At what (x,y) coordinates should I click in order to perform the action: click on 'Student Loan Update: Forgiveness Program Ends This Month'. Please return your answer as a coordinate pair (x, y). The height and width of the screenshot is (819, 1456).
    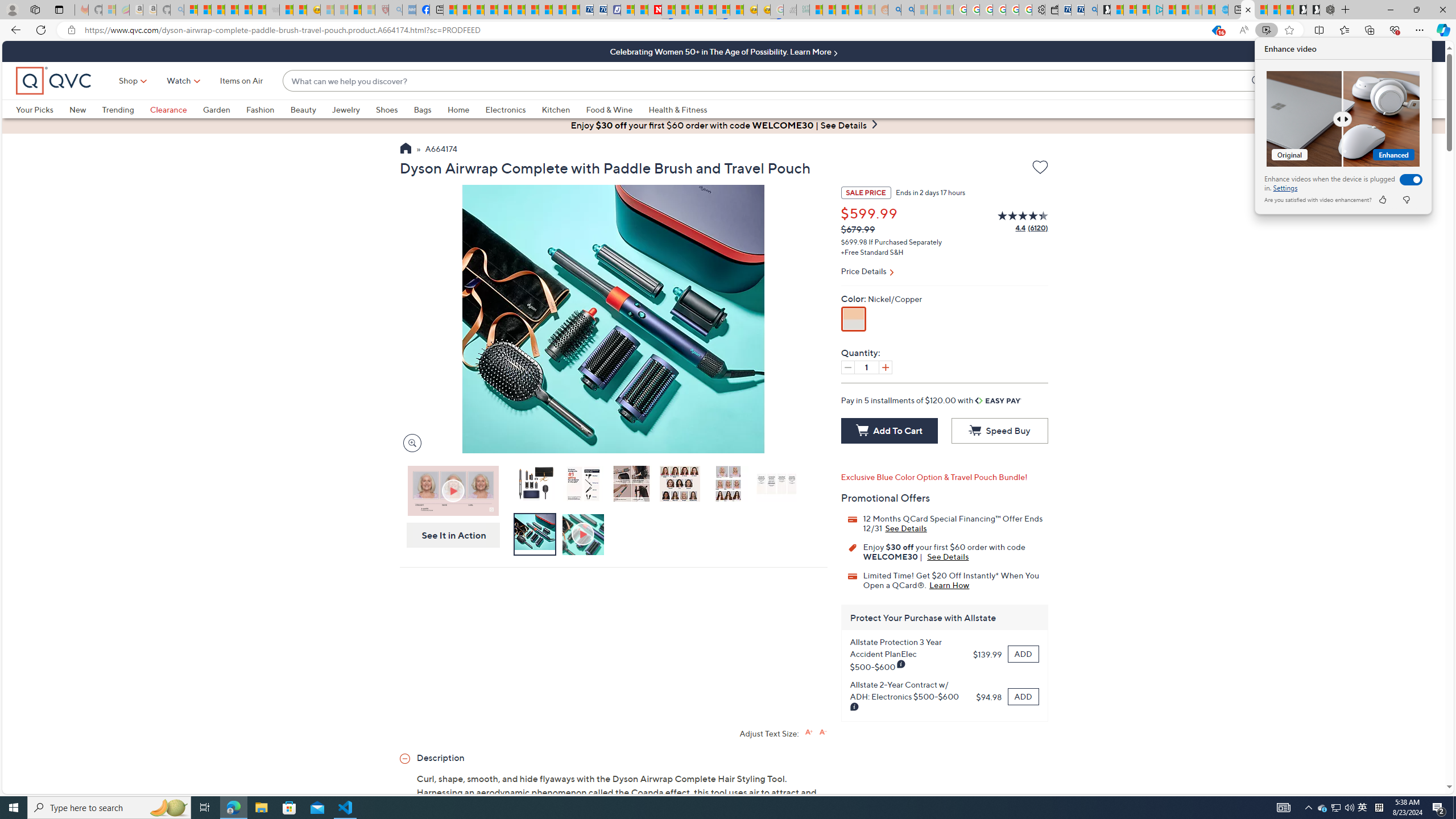
    Looking at the image, I should click on (855, 9).